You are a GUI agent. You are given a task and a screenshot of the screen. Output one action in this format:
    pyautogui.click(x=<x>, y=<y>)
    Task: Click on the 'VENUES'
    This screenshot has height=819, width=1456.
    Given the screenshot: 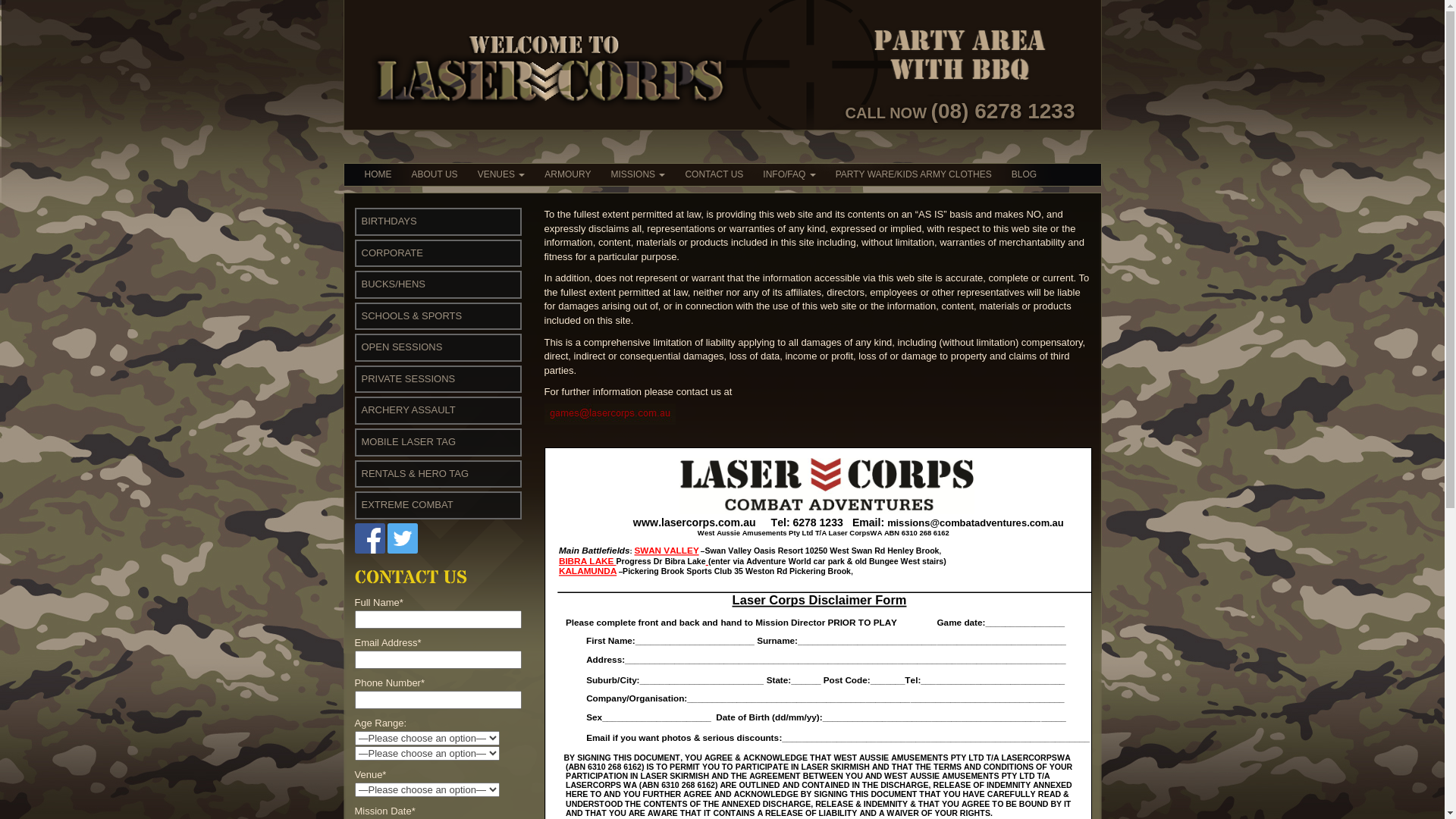 What is the action you would take?
    pyautogui.click(x=467, y=174)
    